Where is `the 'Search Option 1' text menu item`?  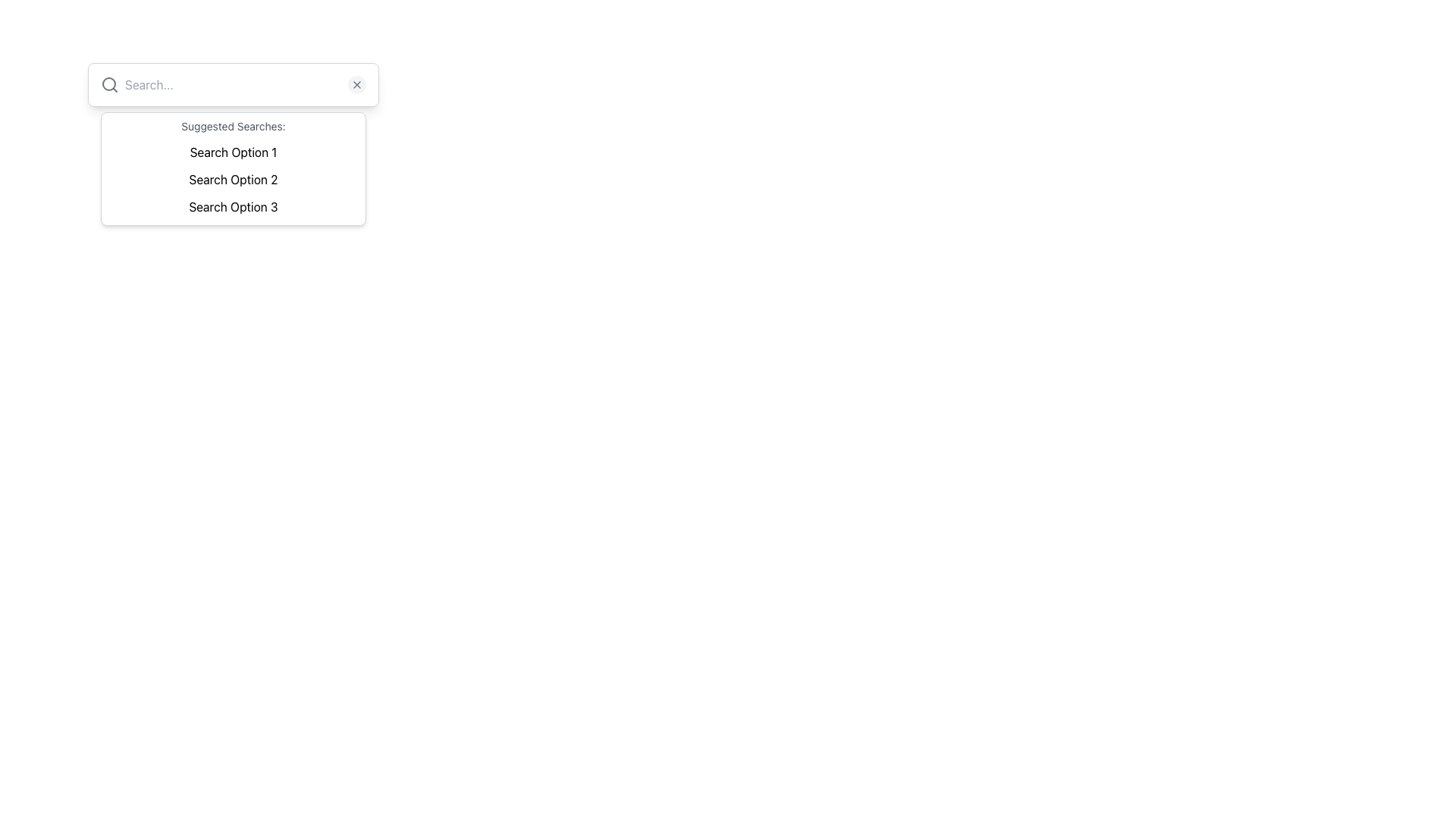
the 'Search Option 1' text menu item is located at coordinates (232, 152).